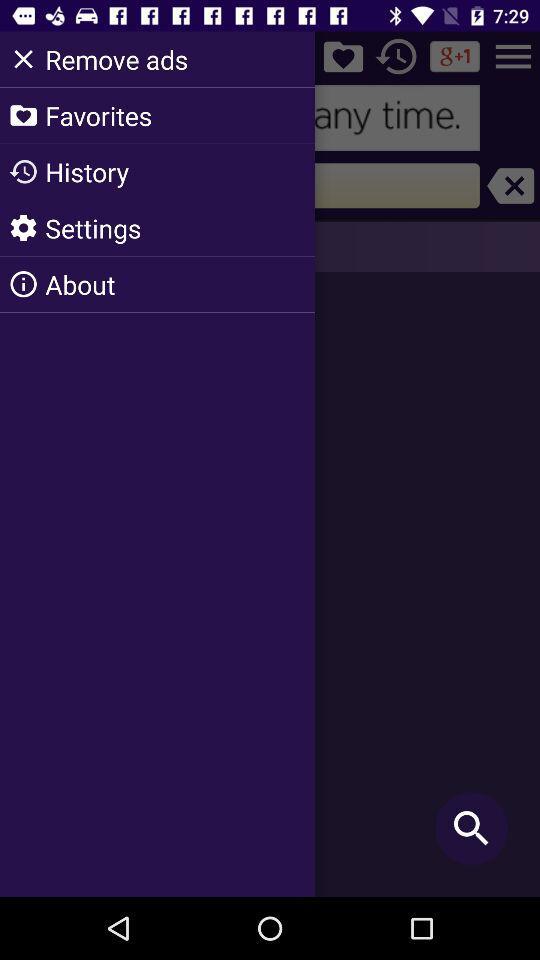 This screenshot has width=540, height=960. I want to click on the close icon, so click(510, 185).